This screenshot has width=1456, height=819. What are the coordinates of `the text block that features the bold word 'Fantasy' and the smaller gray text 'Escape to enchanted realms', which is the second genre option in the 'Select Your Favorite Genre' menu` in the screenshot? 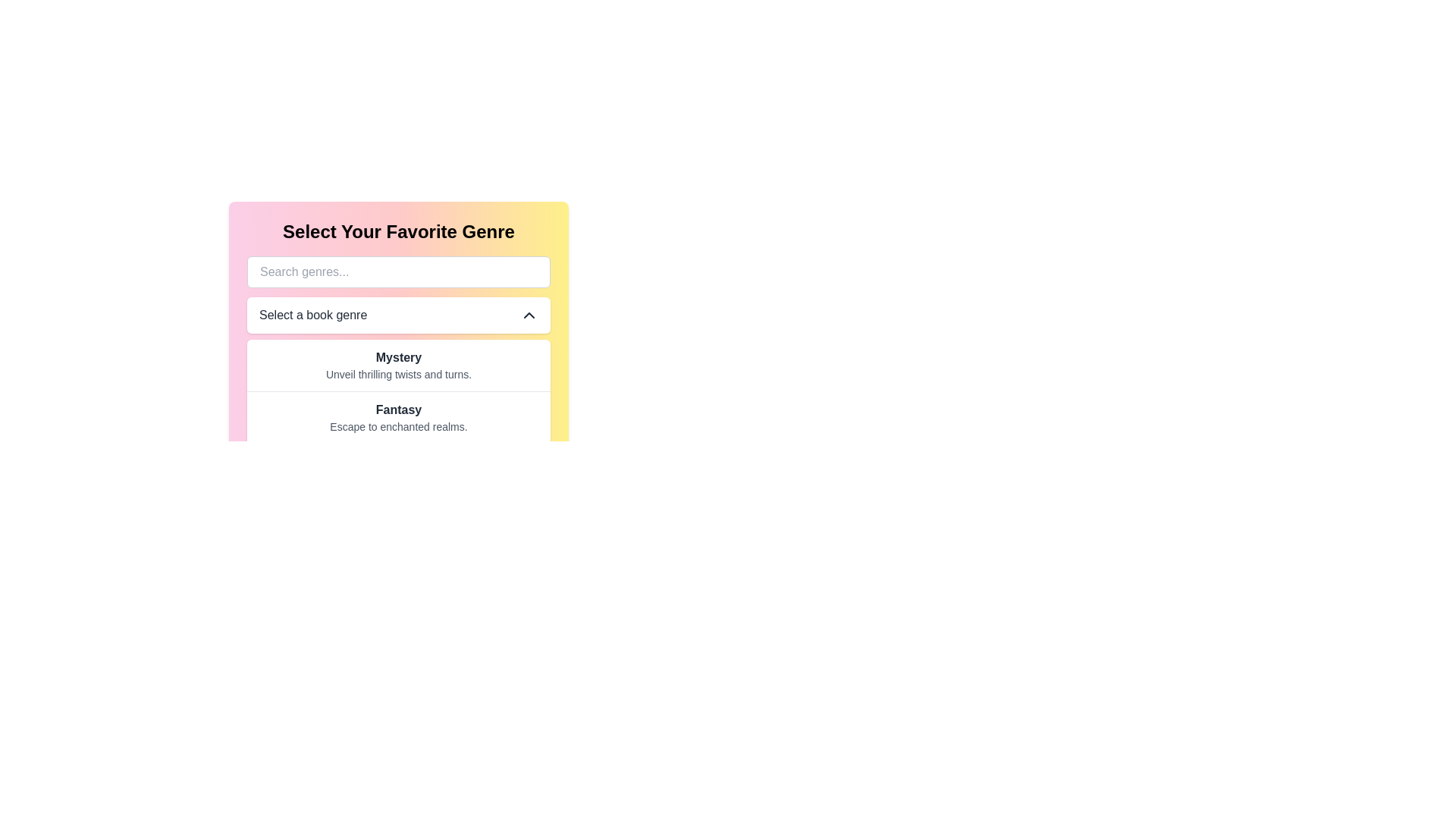 It's located at (399, 418).